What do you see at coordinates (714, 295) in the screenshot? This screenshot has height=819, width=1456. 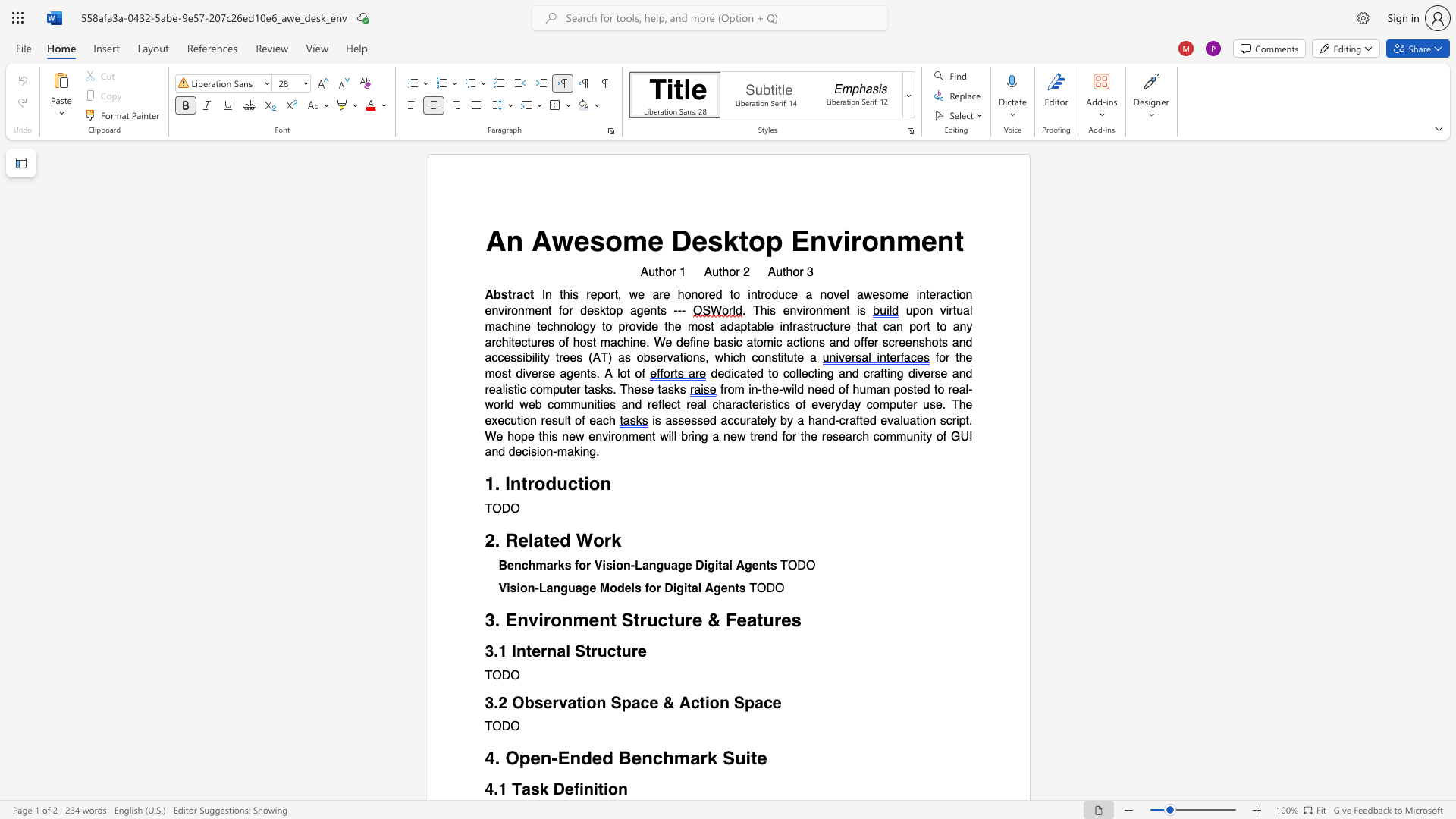 I see `the space between the continuous character "e" and "d" in the text` at bounding box center [714, 295].